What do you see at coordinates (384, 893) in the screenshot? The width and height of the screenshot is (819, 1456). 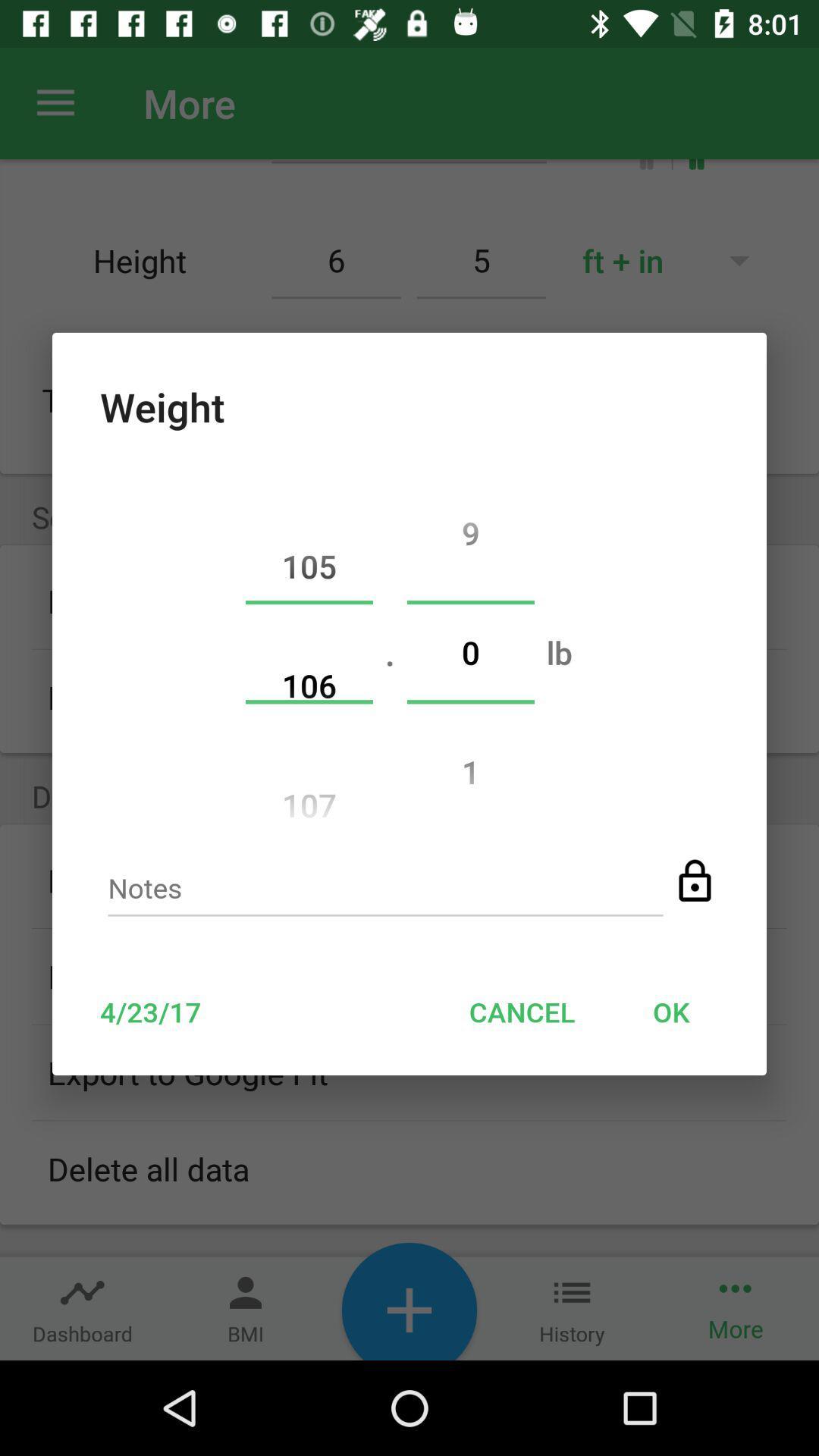 I see `input notes` at bounding box center [384, 893].